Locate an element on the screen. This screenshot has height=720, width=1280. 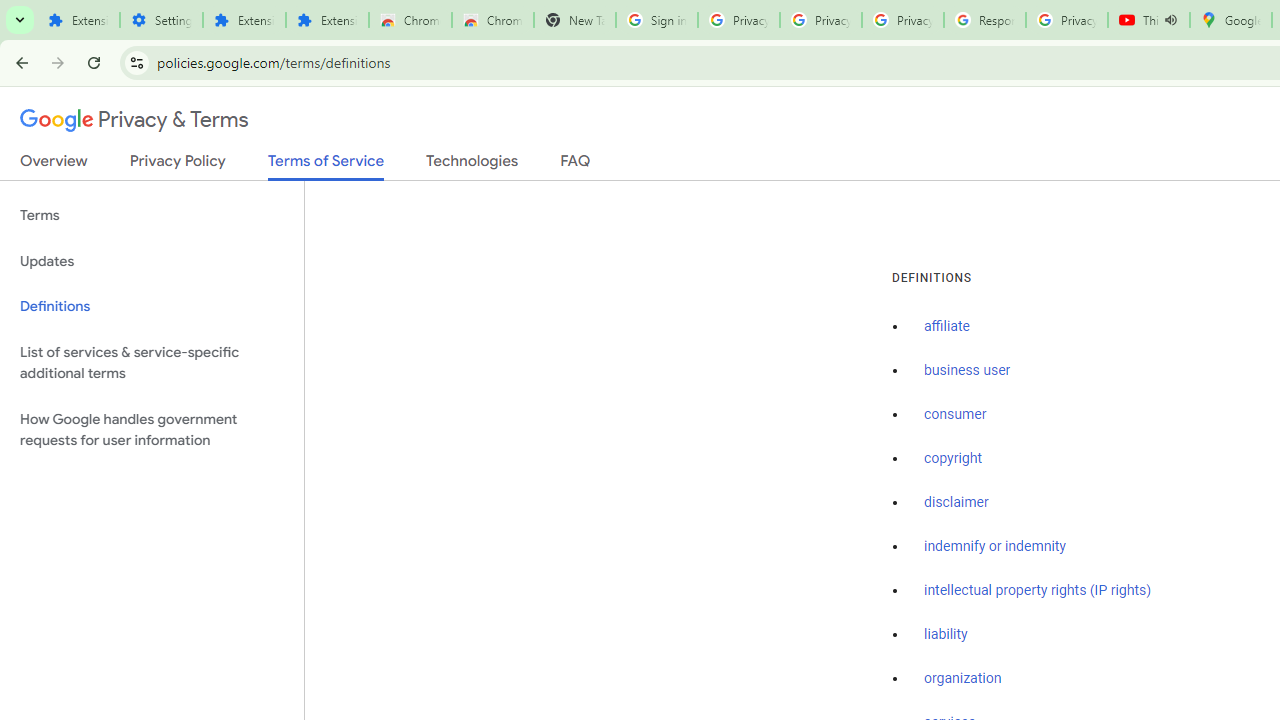
'Sign in - Google Accounts' is located at coordinates (656, 20).